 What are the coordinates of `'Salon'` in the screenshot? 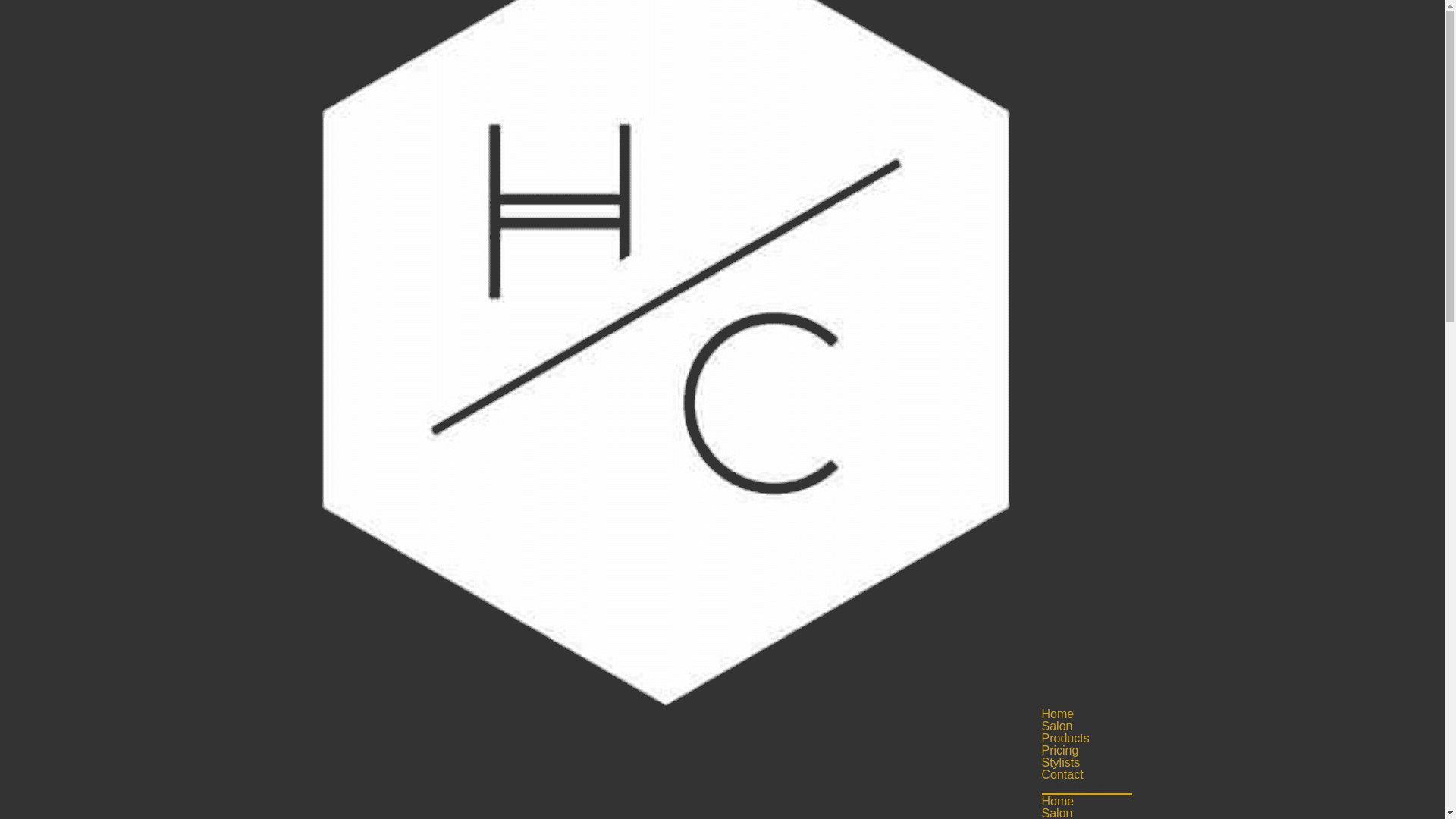 It's located at (1040, 725).